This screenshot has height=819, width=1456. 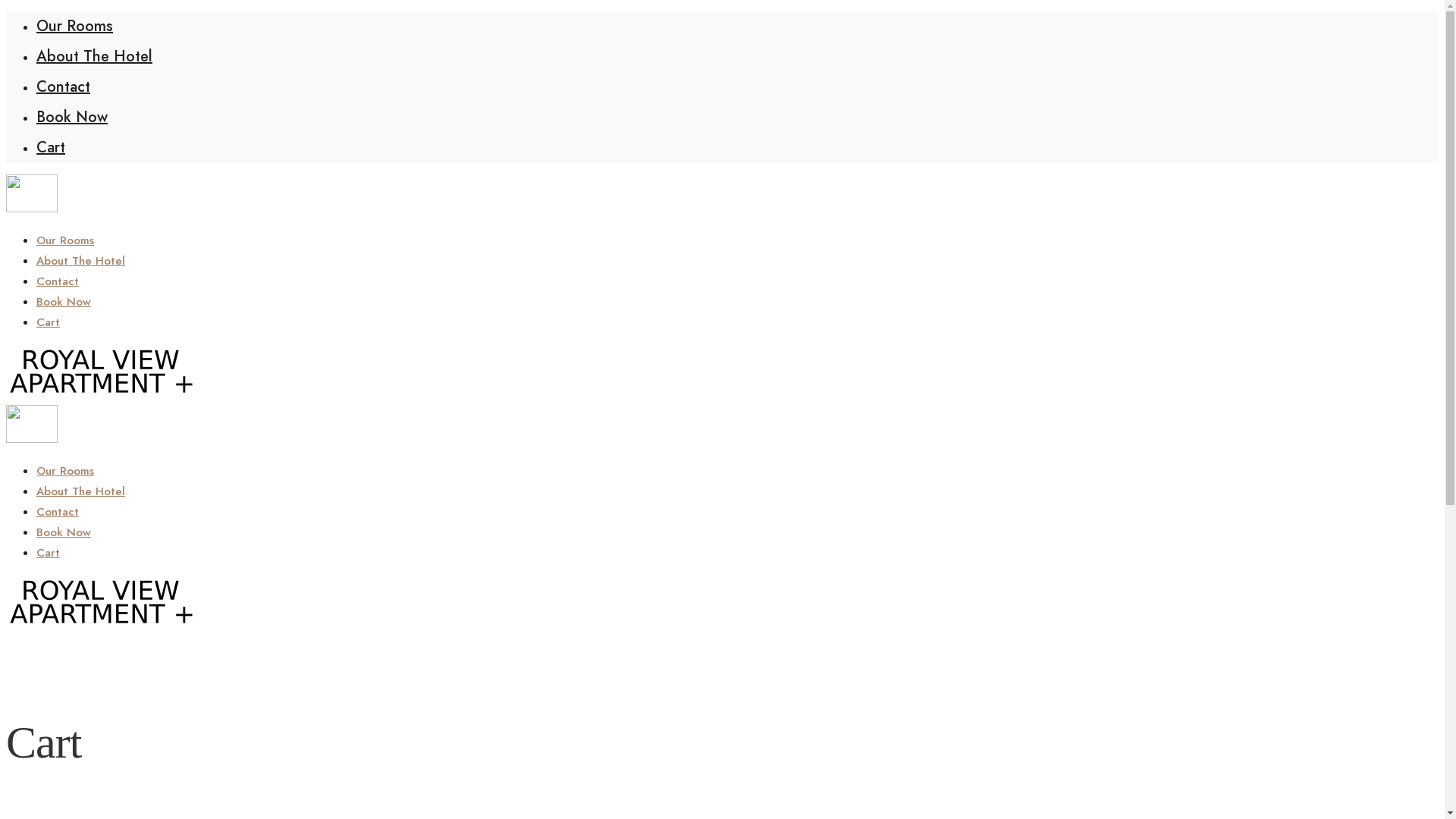 I want to click on 'Our Rooms', so click(x=74, y=26).